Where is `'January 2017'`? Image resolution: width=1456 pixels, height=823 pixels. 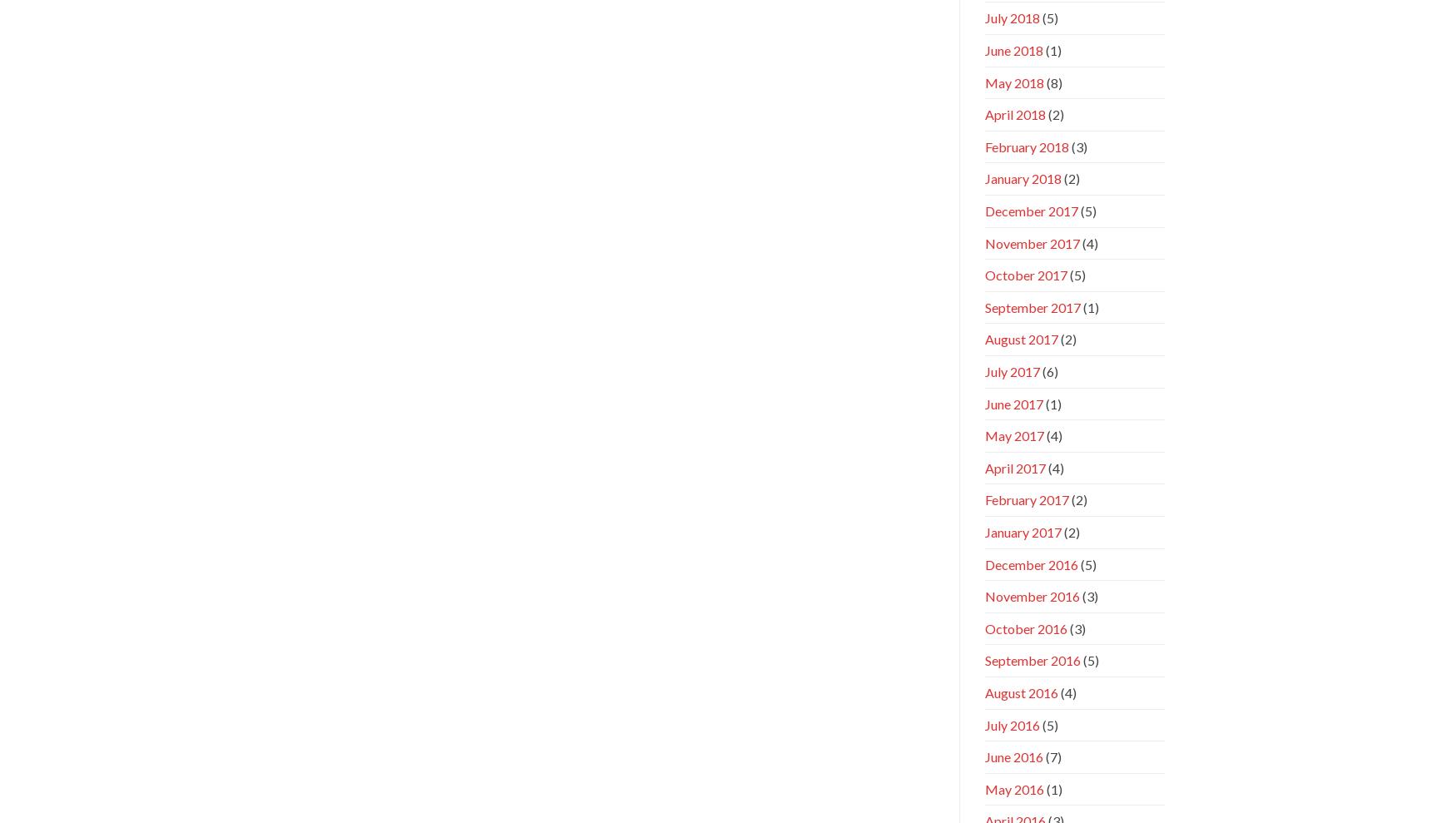
'January 2017' is located at coordinates (1023, 531).